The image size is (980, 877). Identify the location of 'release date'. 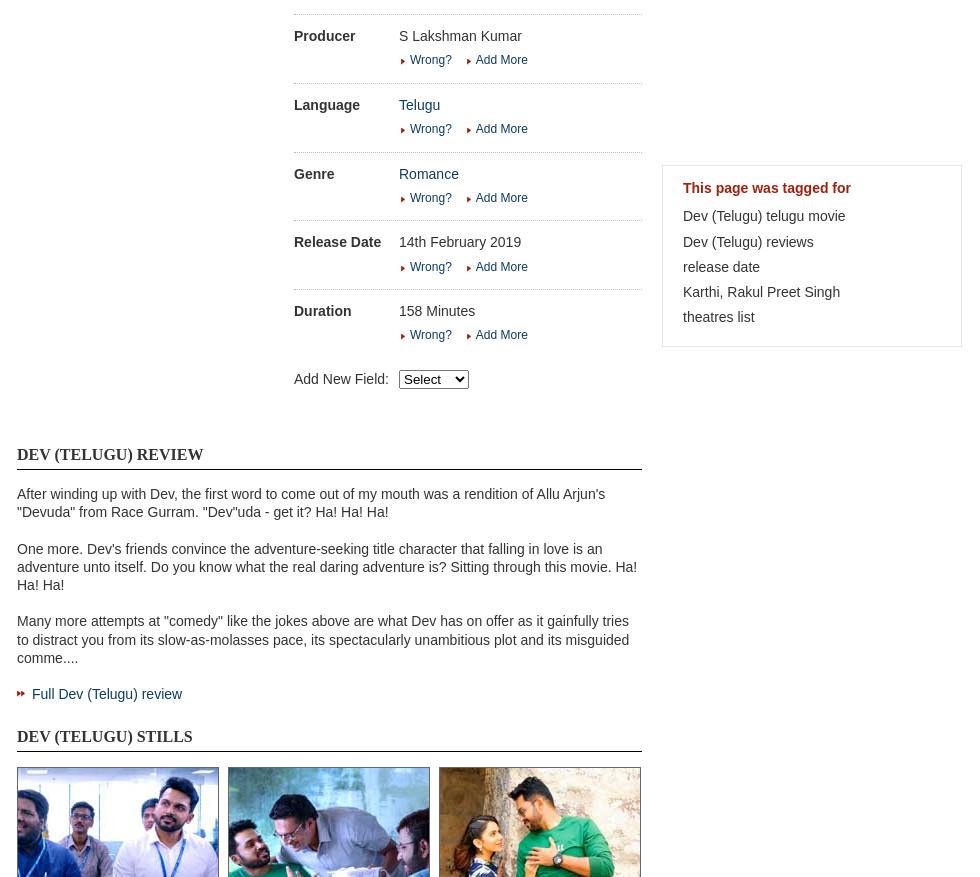
(682, 265).